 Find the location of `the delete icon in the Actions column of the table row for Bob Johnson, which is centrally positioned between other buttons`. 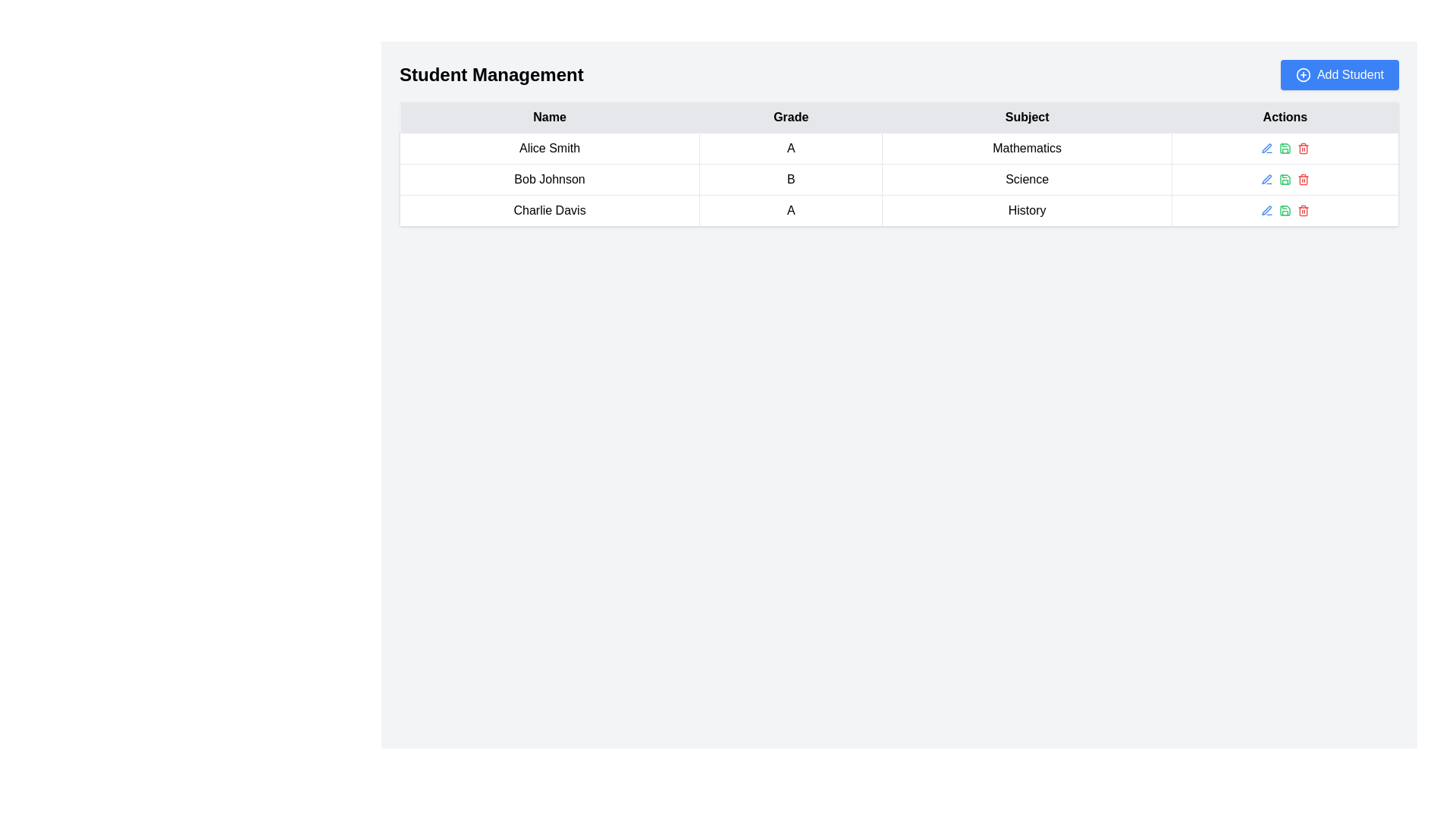

the delete icon in the Actions column of the table row for Bob Johnson, which is centrally positioned between other buttons is located at coordinates (1284, 178).